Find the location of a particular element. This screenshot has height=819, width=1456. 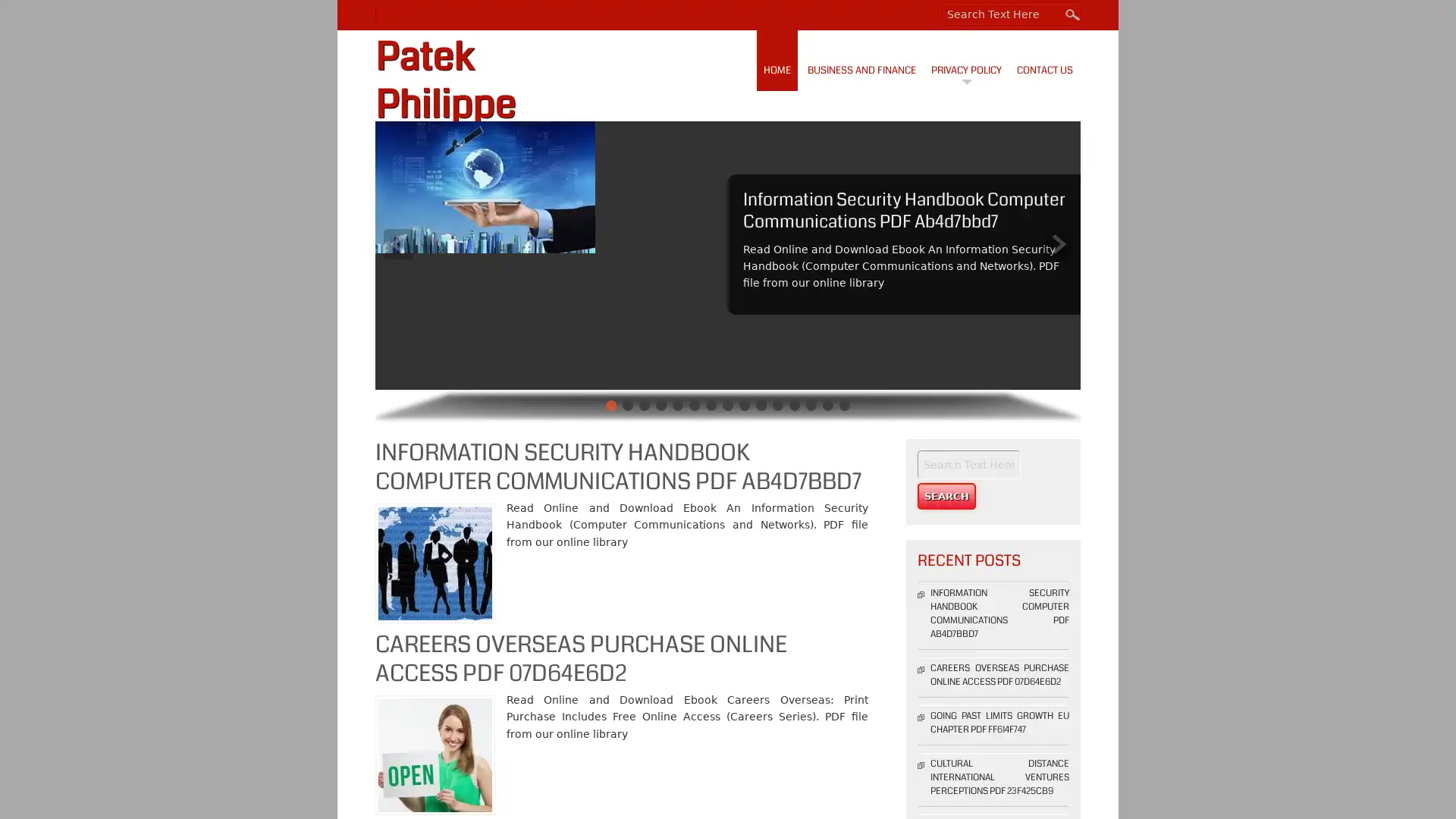

Search is located at coordinates (946, 496).